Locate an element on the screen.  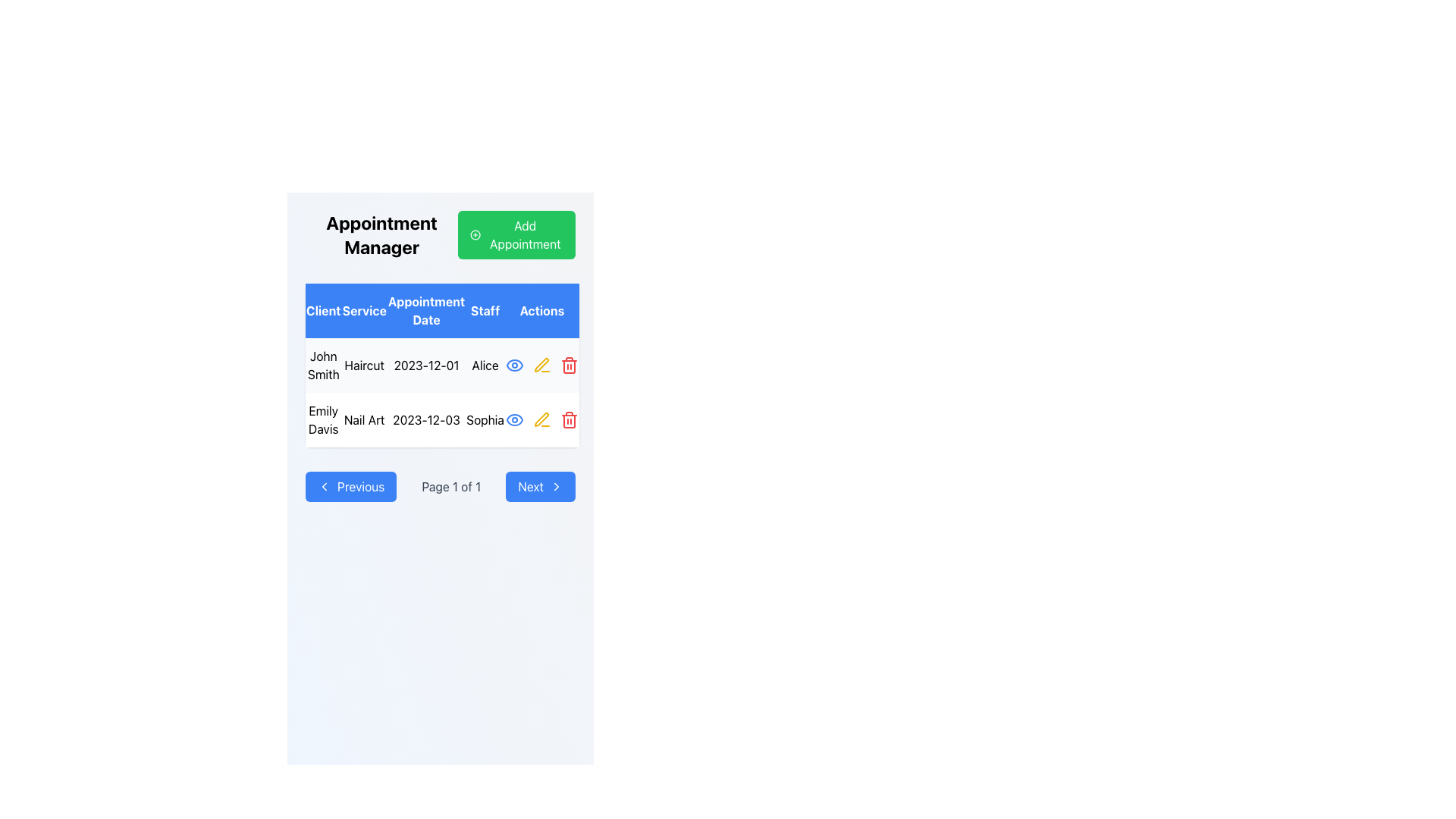
the small vector-based chevron icon pointing left, which is located within the blue rectangular button labeled 'Previous' in the bottom-left section of the interface is located at coordinates (323, 486).